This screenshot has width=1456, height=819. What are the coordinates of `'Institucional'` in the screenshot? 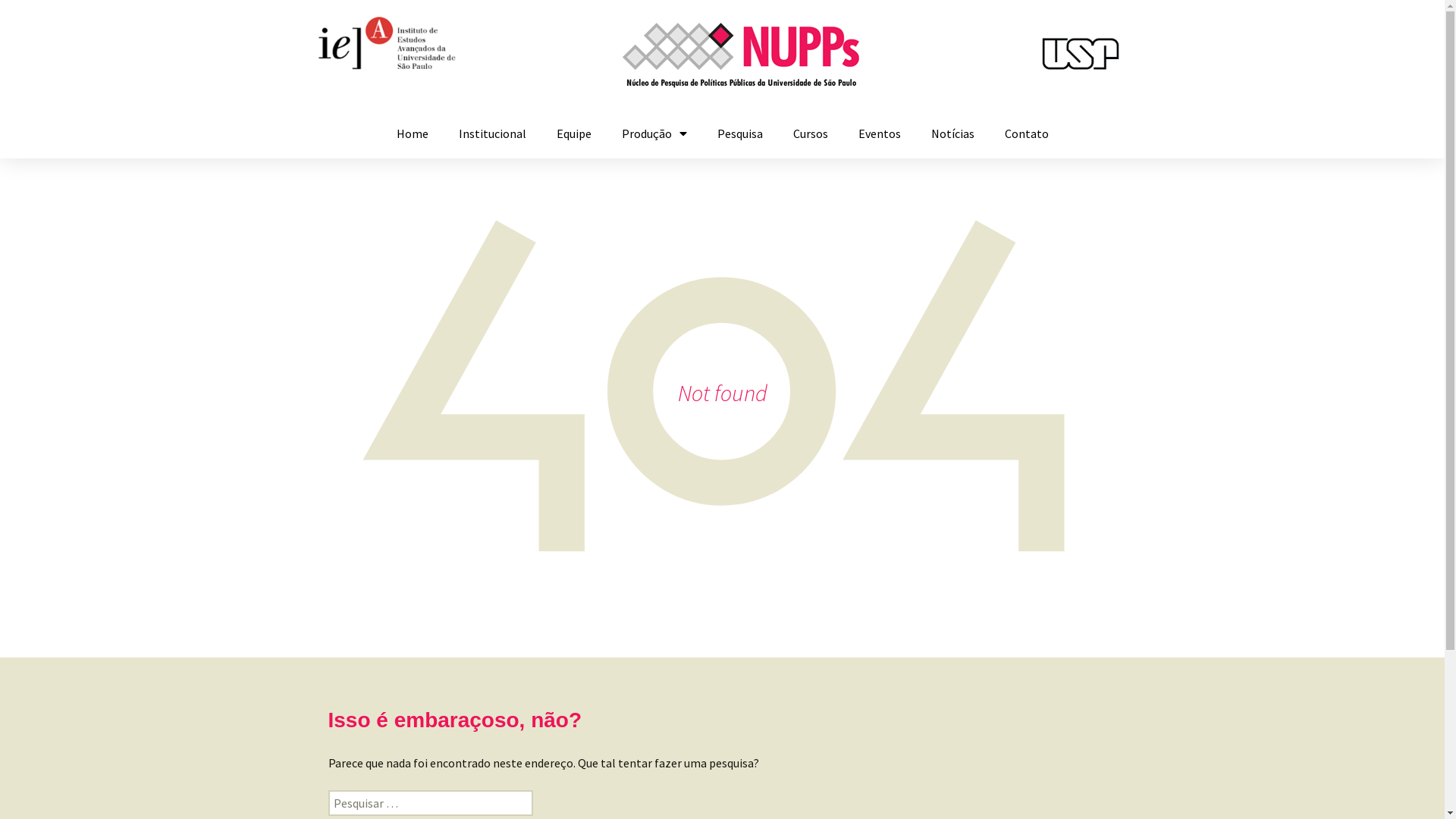 It's located at (491, 133).